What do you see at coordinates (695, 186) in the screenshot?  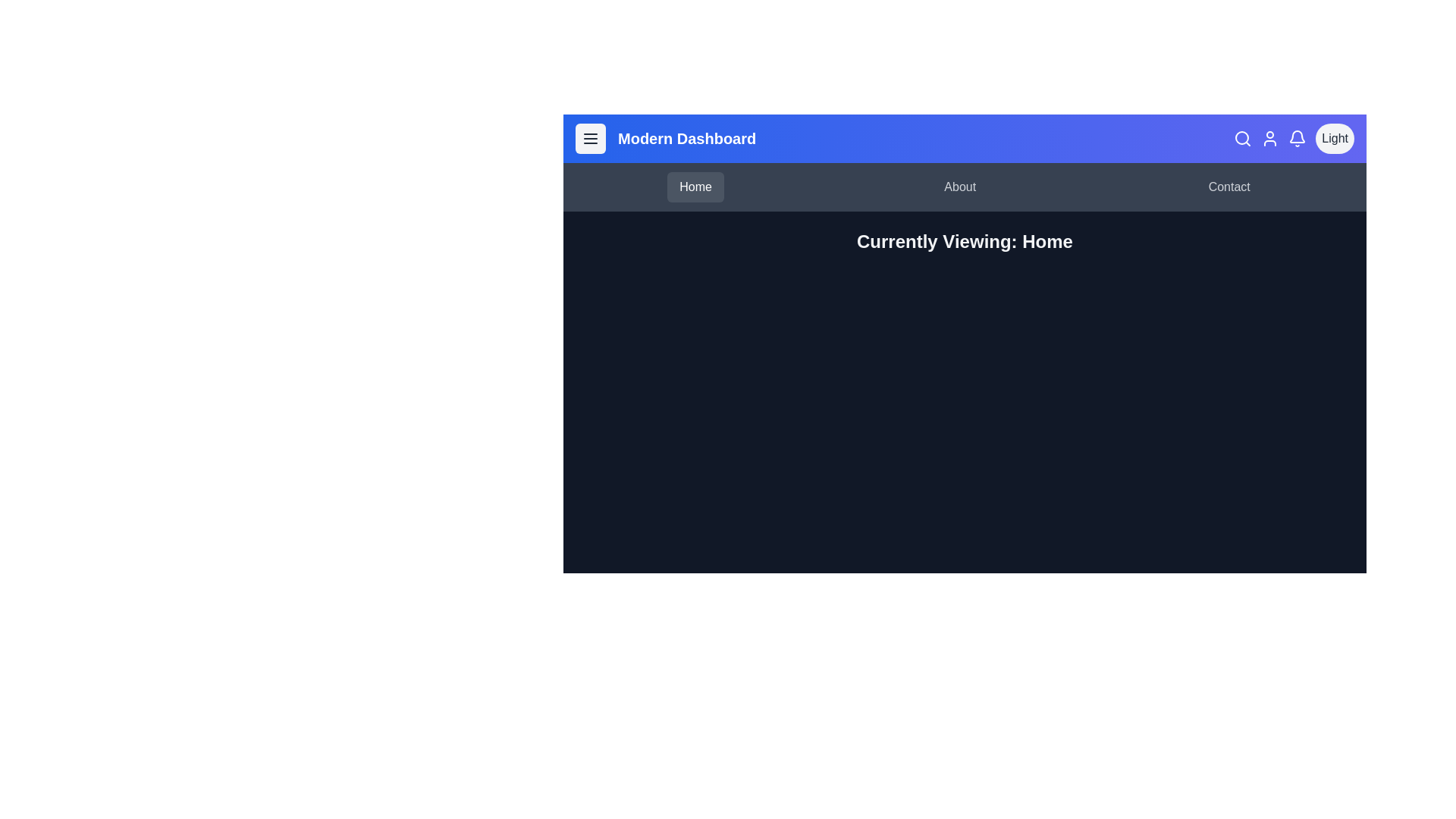 I see `the navigation tab Home to view the hover effect` at bounding box center [695, 186].